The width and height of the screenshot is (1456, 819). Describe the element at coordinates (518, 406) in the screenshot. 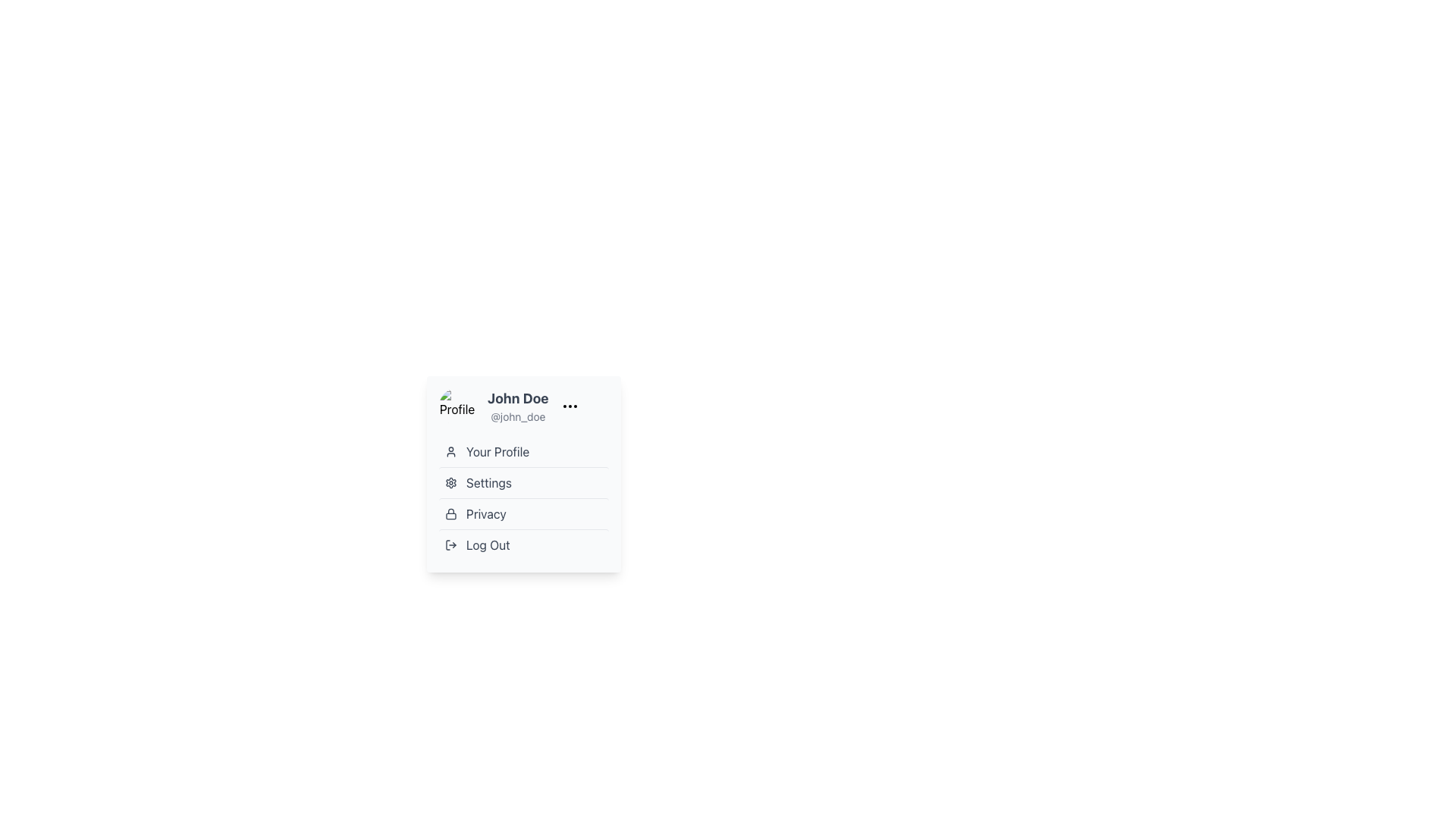

I see `the static text display that shows the user's name and associated username, located in the top section of the options menu, to the right of the circular profile avatar placeholder` at that location.